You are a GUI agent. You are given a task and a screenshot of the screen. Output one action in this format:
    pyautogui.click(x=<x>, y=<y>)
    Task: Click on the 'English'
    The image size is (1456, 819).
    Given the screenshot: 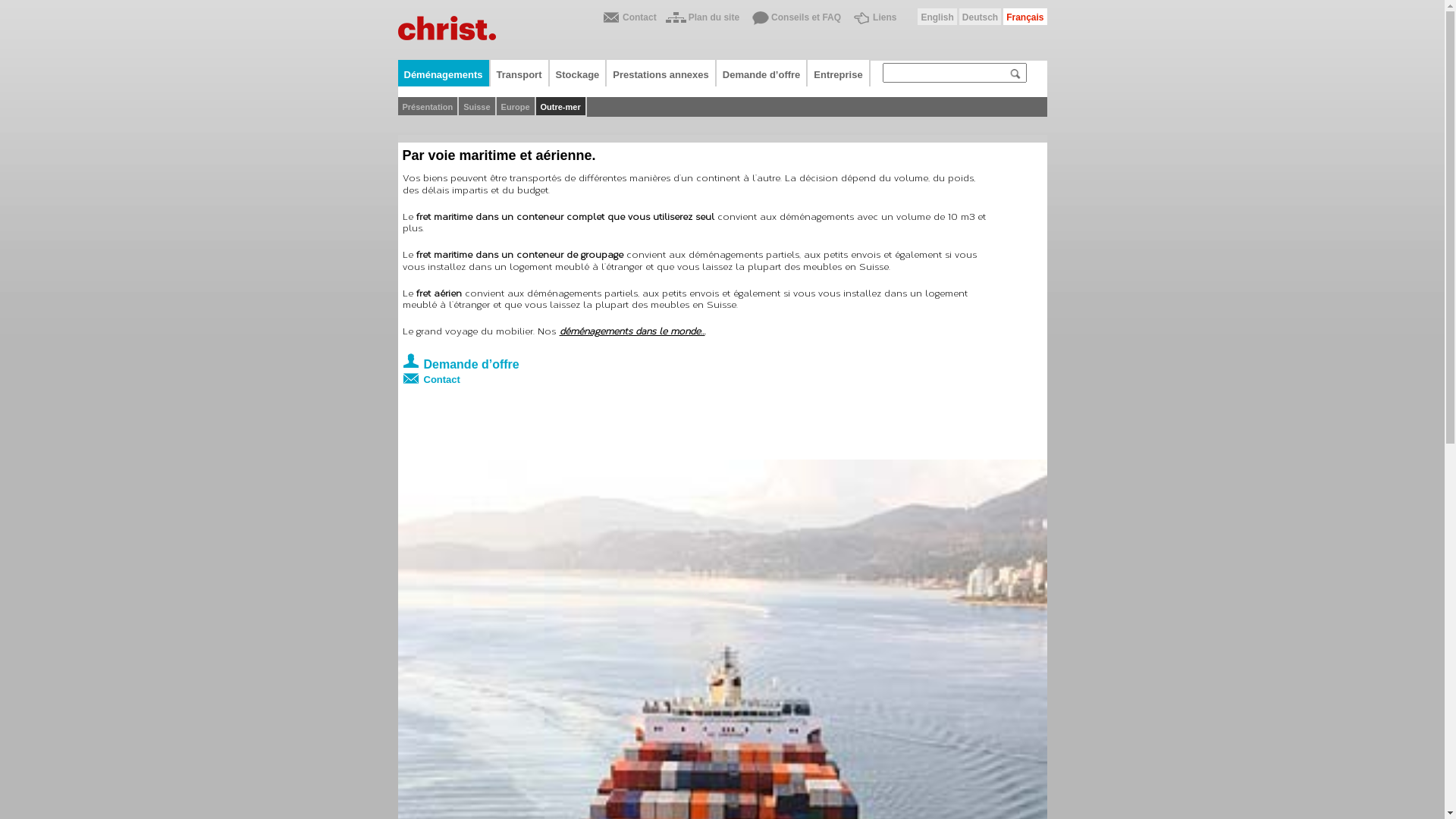 What is the action you would take?
    pyautogui.click(x=936, y=17)
    